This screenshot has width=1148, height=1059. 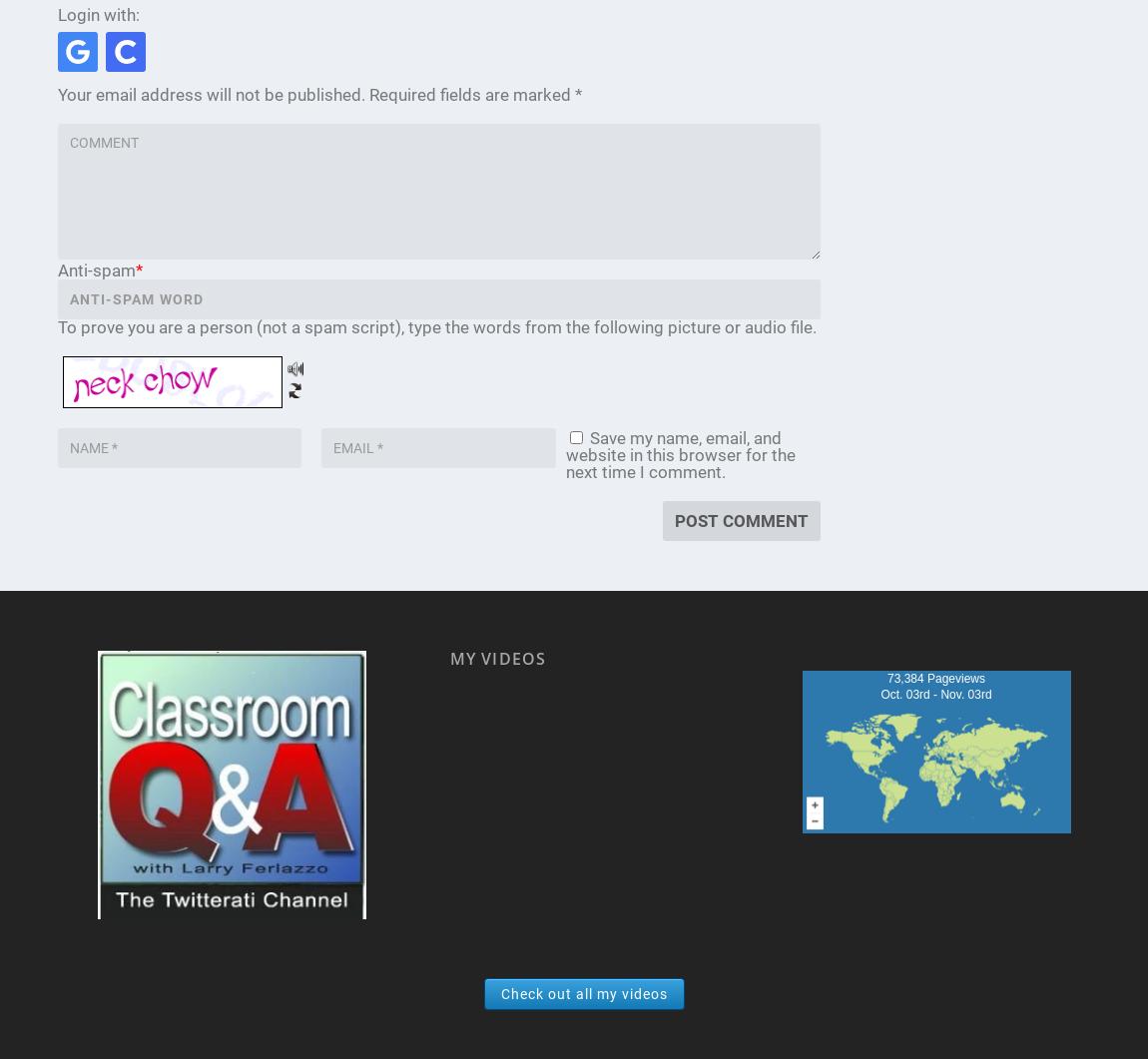 What do you see at coordinates (582, 992) in the screenshot?
I see `'Check out all my videos'` at bounding box center [582, 992].